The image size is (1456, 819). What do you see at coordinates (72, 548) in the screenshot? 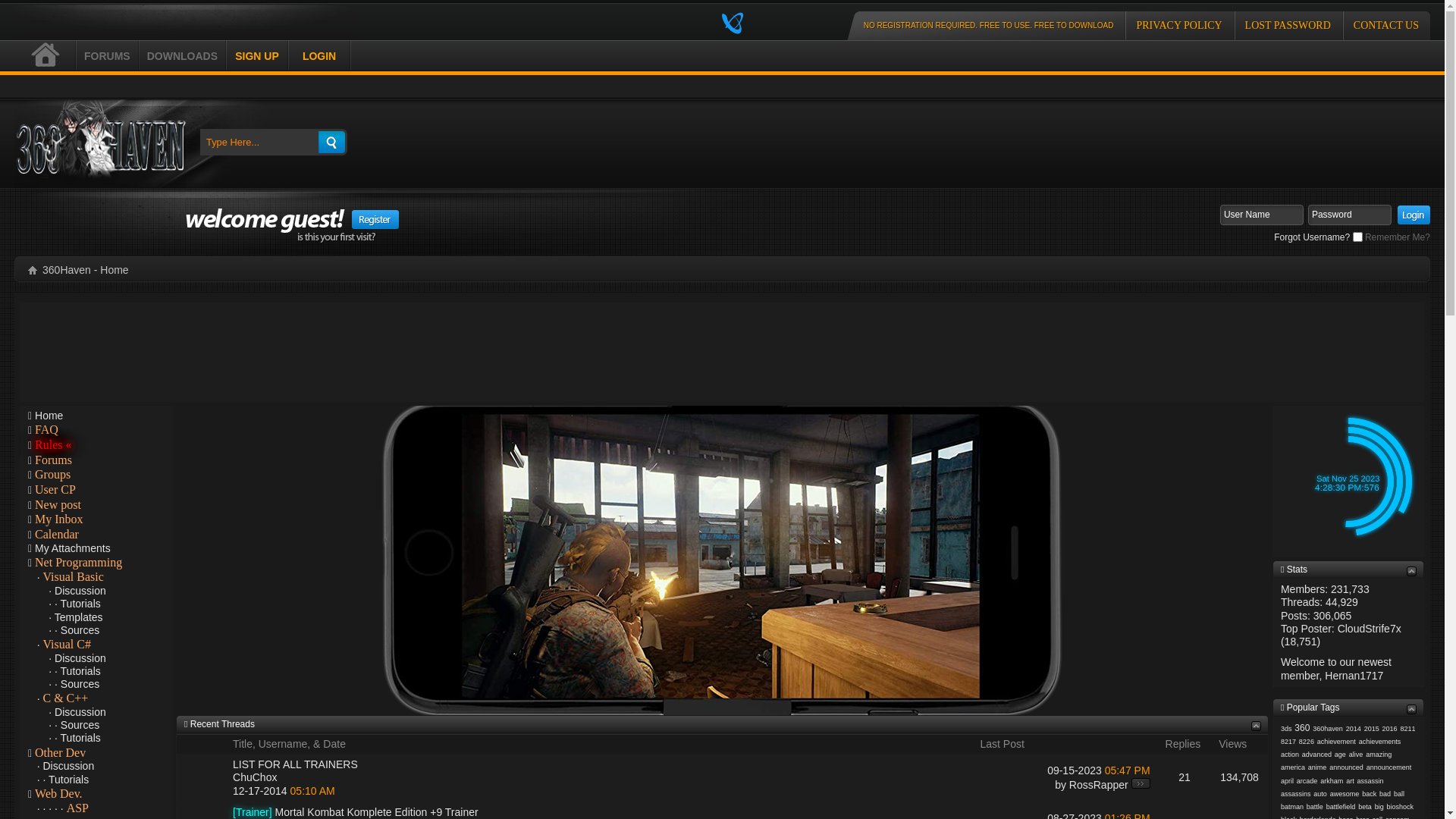
I see `'My Attachments'` at bounding box center [72, 548].